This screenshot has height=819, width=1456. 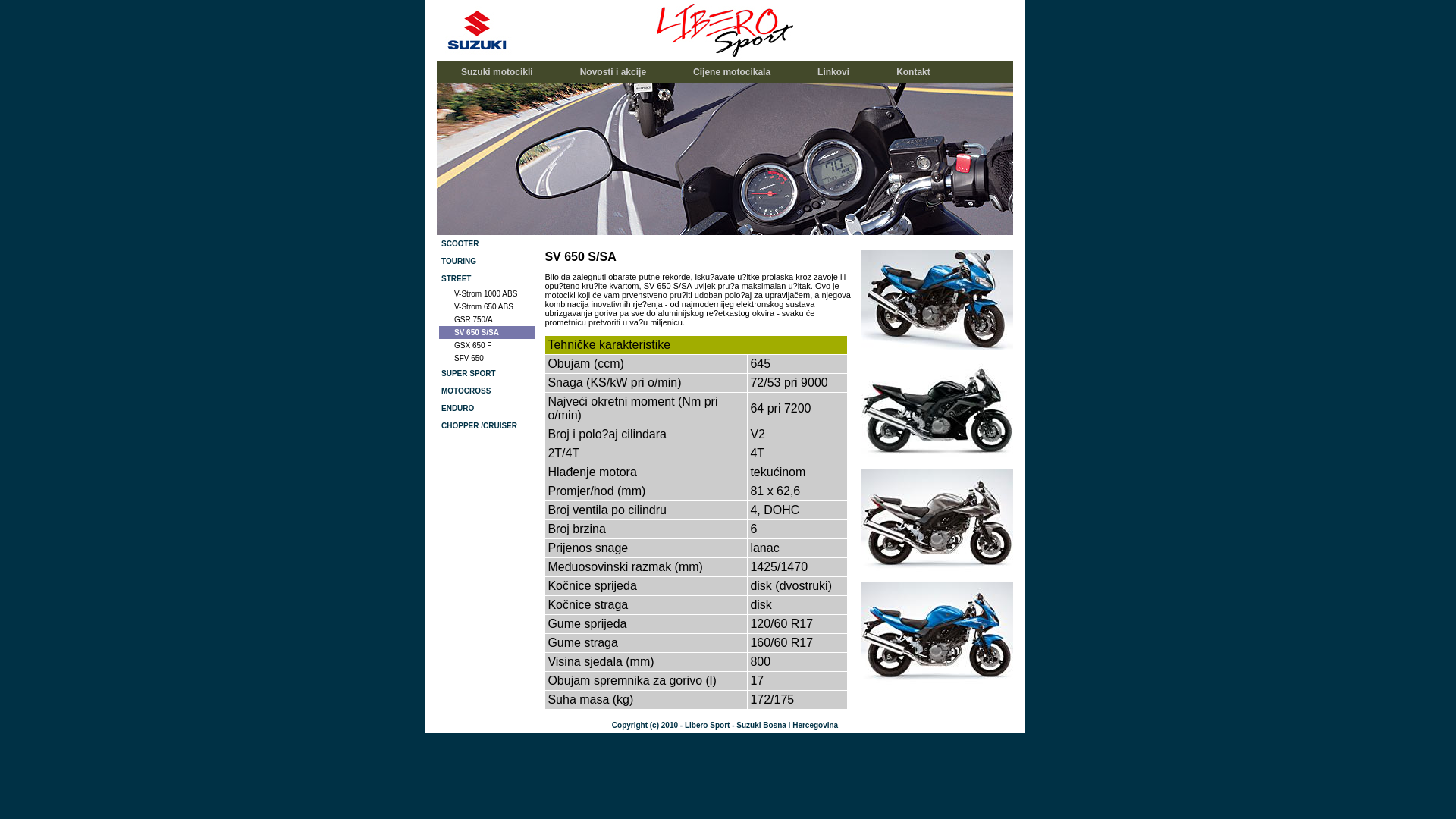 What do you see at coordinates (731, 72) in the screenshot?
I see `'Cijene motocikala'` at bounding box center [731, 72].